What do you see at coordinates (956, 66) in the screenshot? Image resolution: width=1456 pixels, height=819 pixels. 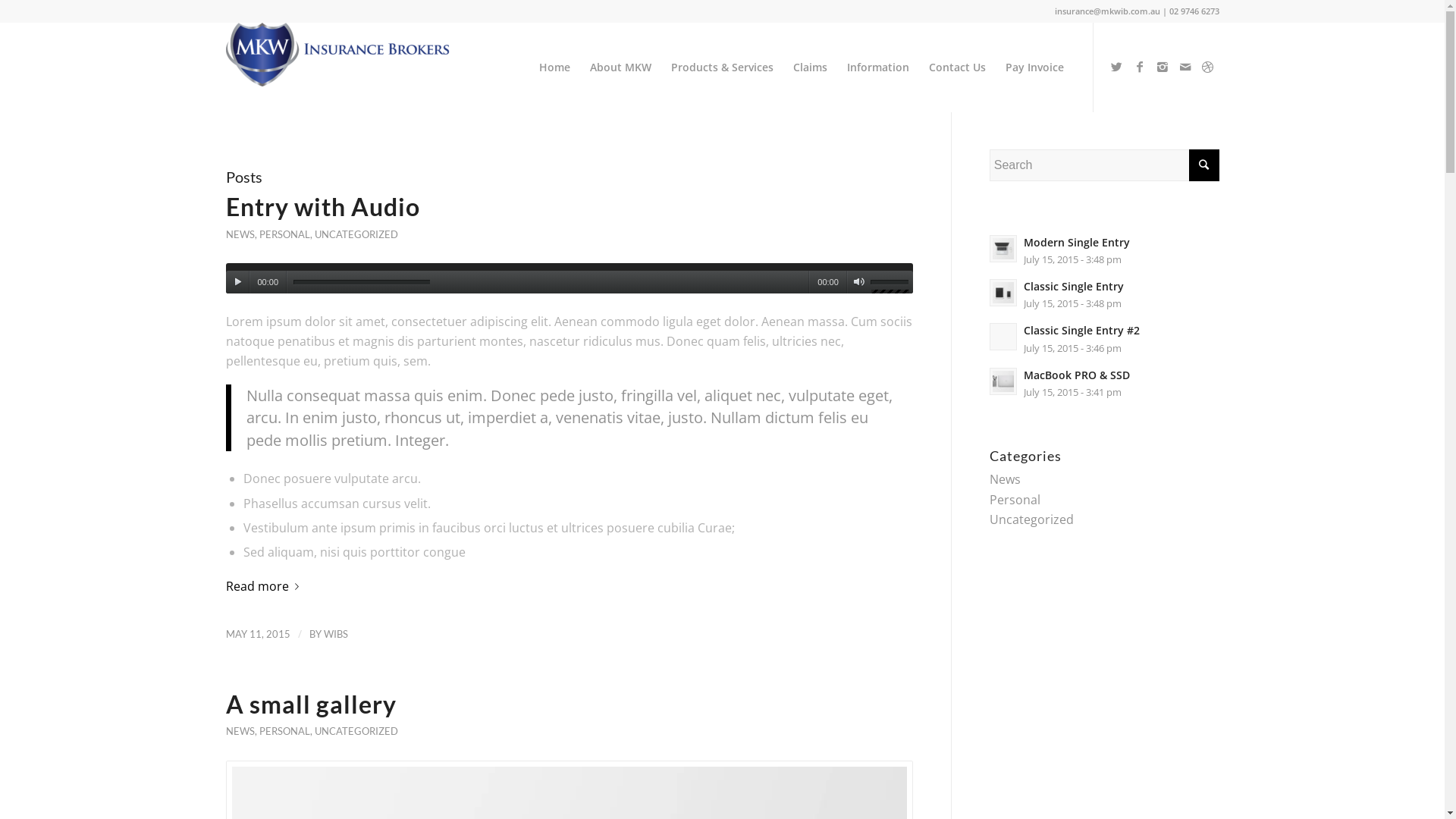 I see `'Contact Us'` at bounding box center [956, 66].